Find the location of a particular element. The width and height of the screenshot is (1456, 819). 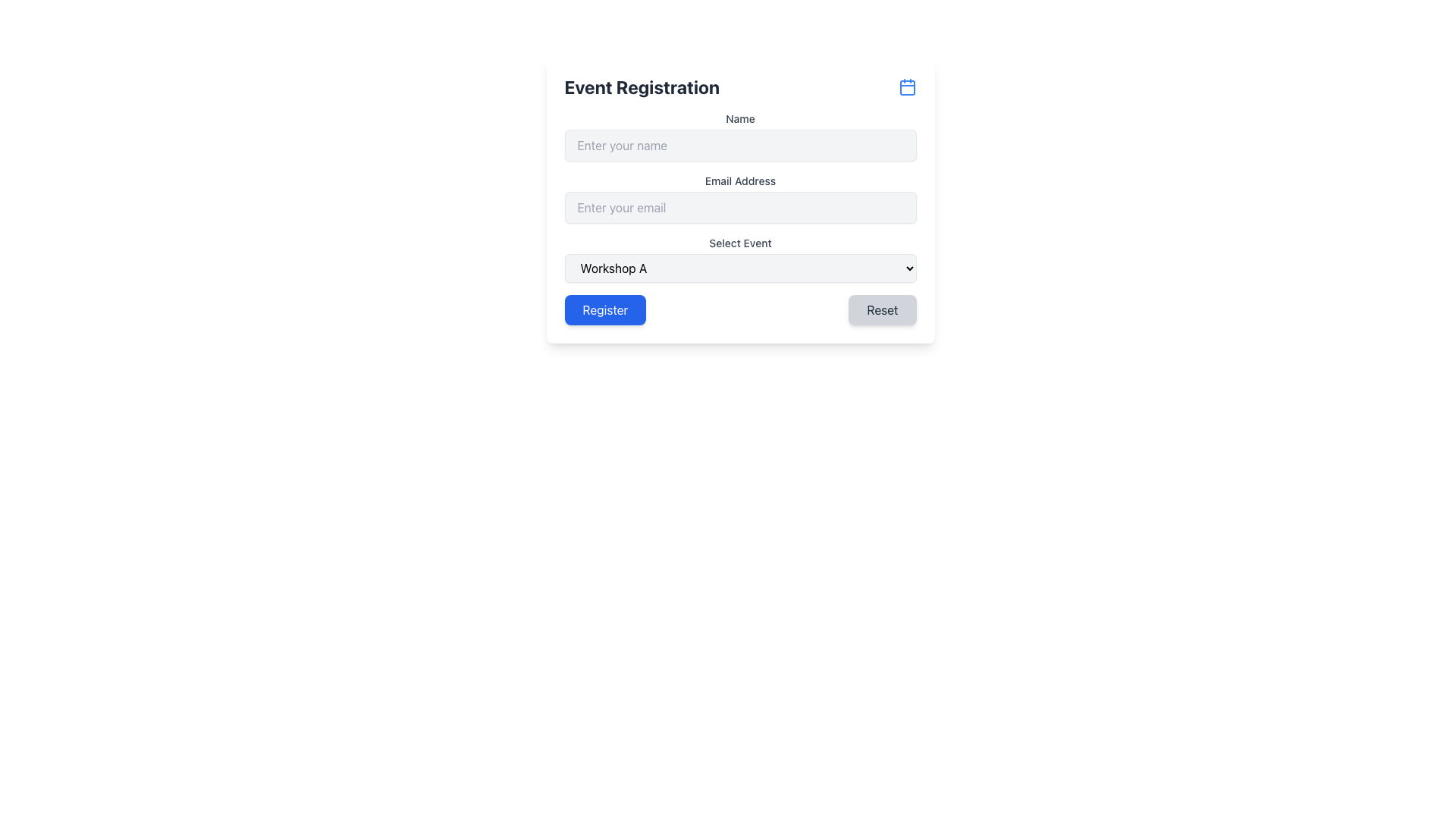

the small rectangle with rounded corners inside the calendar icon located at the top-right corner of the form card is located at coordinates (907, 87).